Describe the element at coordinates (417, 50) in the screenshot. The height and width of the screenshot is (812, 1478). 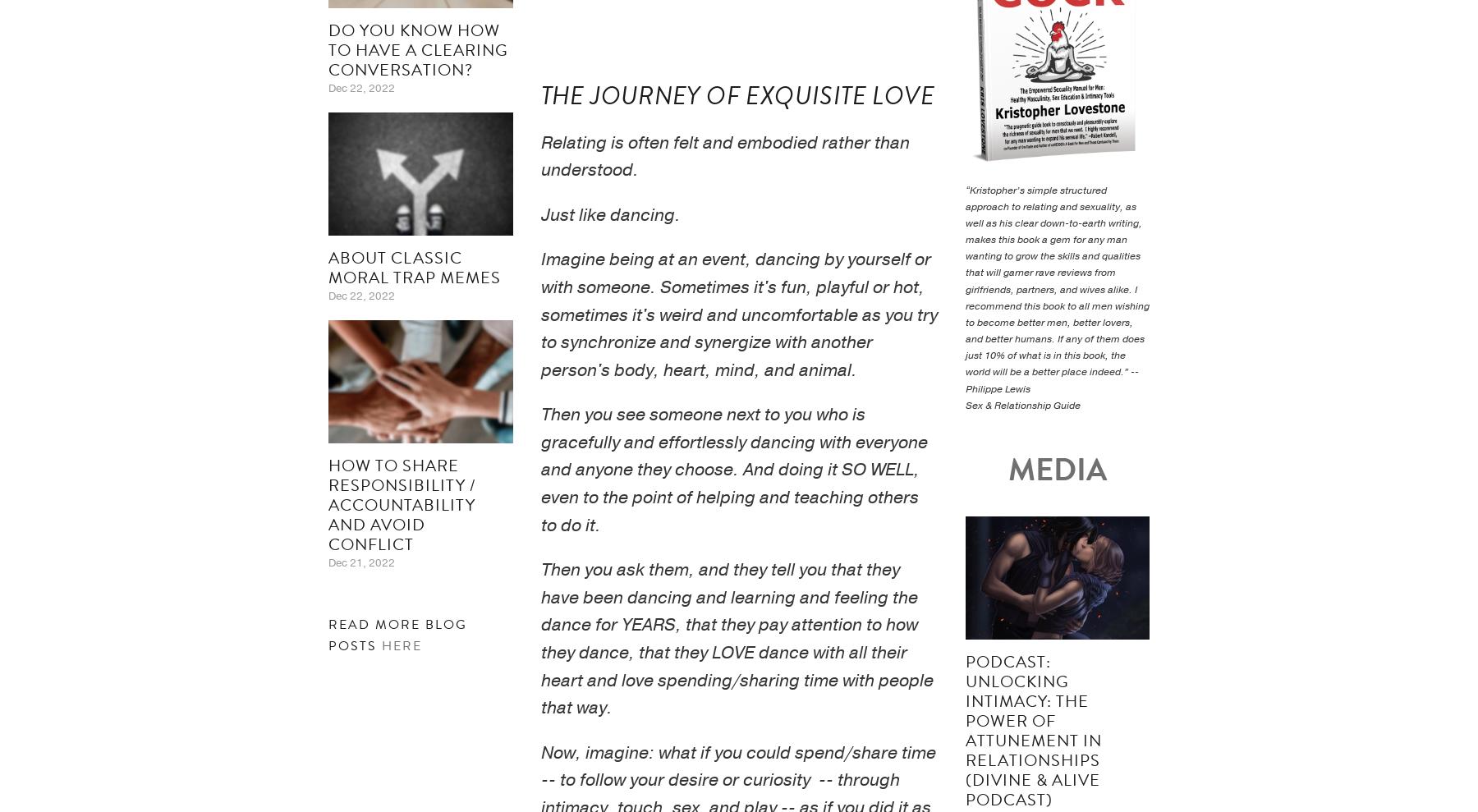
I see `'Do You Know How to Have a Clearing Conversation?'` at that location.